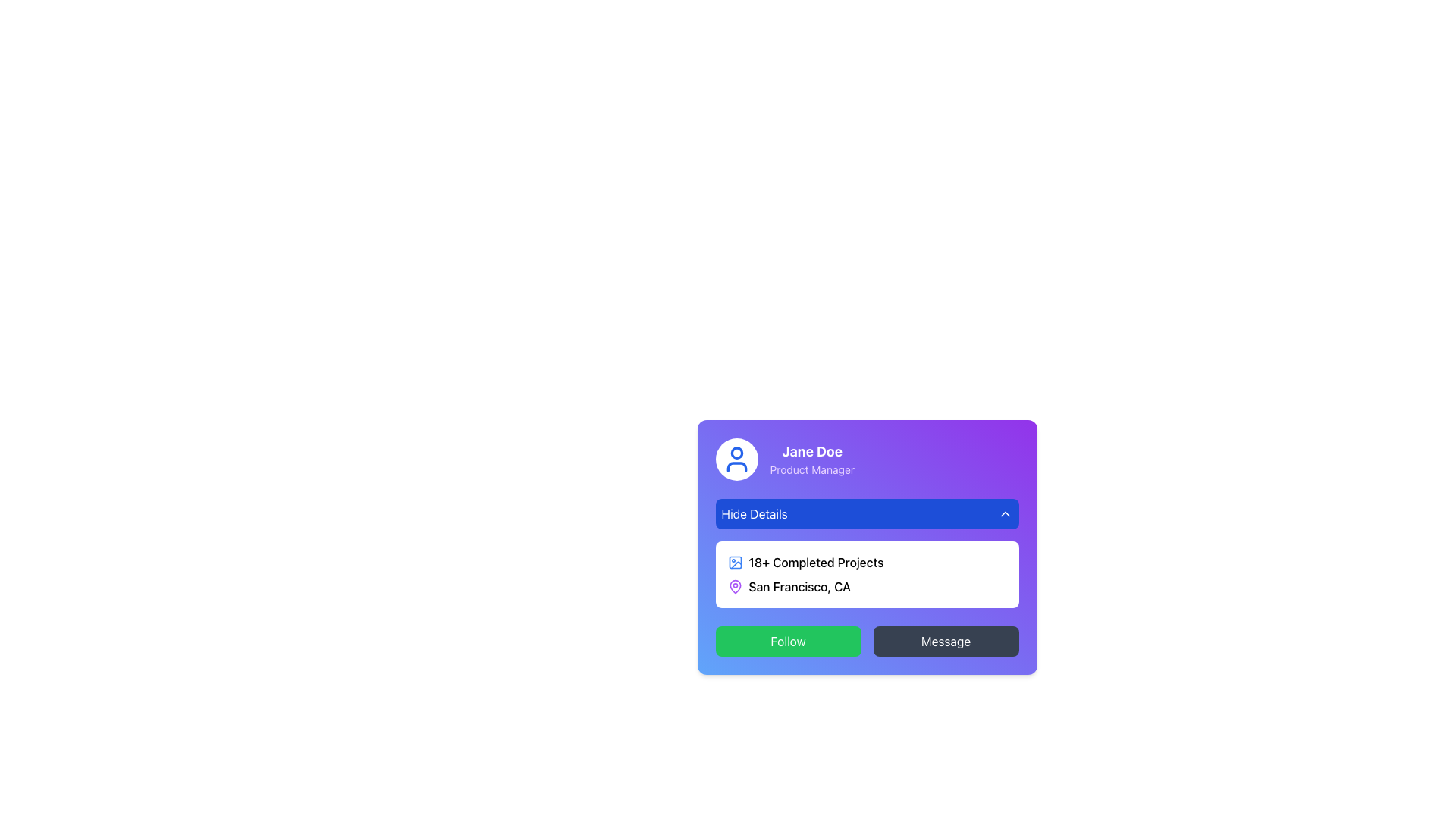  What do you see at coordinates (1005, 513) in the screenshot?
I see `the upward-pointing chevron icon located within the 'Hide Details' button on the user card interface` at bounding box center [1005, 513].